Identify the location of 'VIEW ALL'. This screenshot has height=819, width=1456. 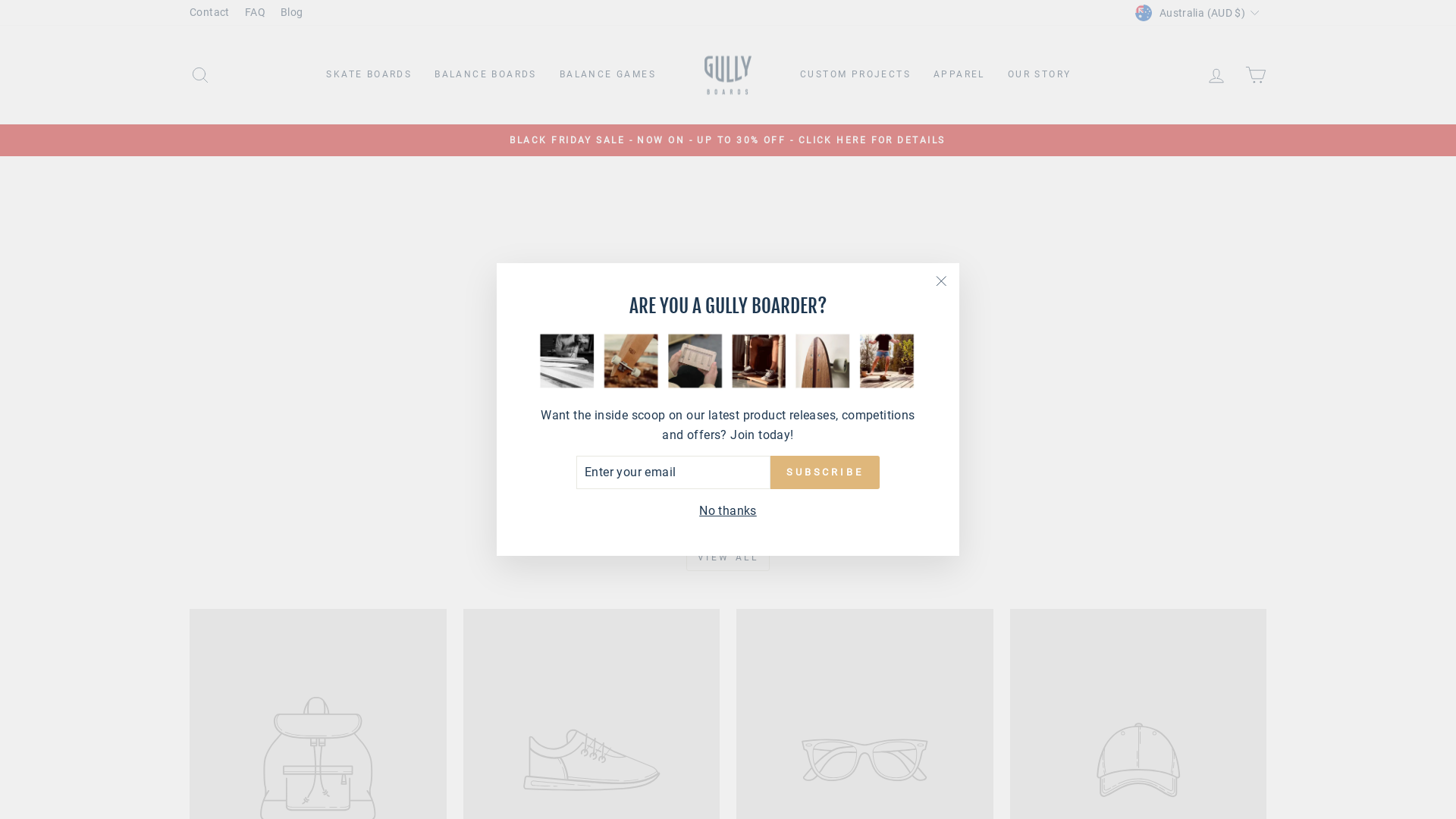
(728, 557).